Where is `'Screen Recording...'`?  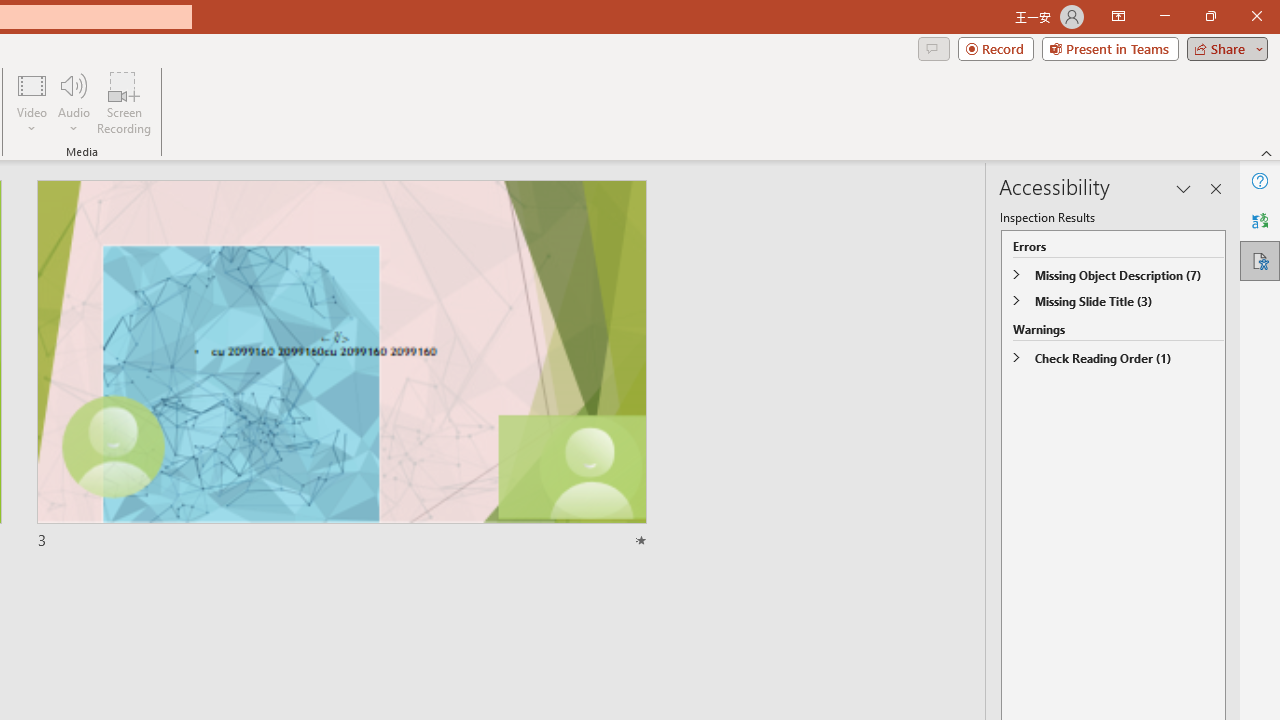 'Screen Recording...' is located at coordinates (123, 103).